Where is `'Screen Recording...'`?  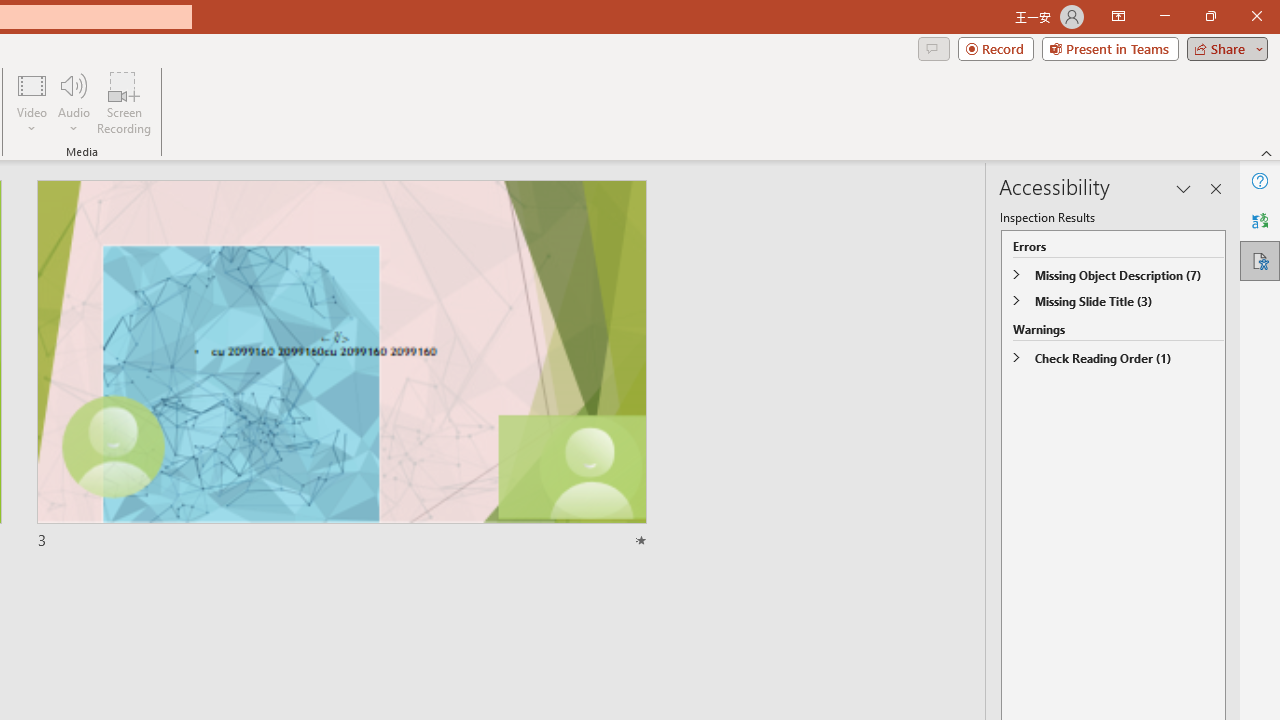 'Screen Recording...' is located at coordinates (123, 103).